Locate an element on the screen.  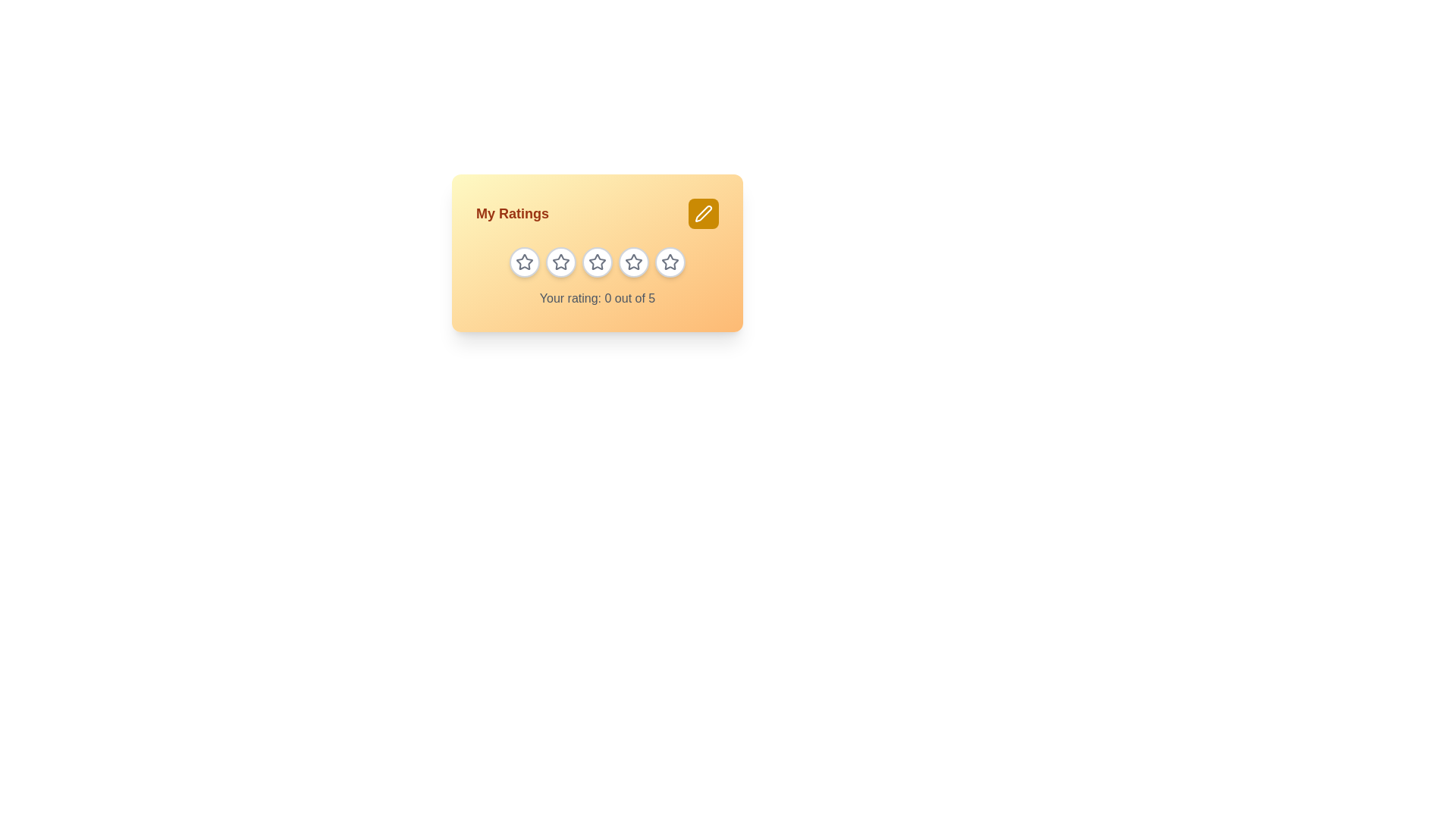
the square button with rounded corners and a yellow background that contains a white pen icon, located in the top-right corner of the 'My Ratings' section is located at coordinates (702, 213).